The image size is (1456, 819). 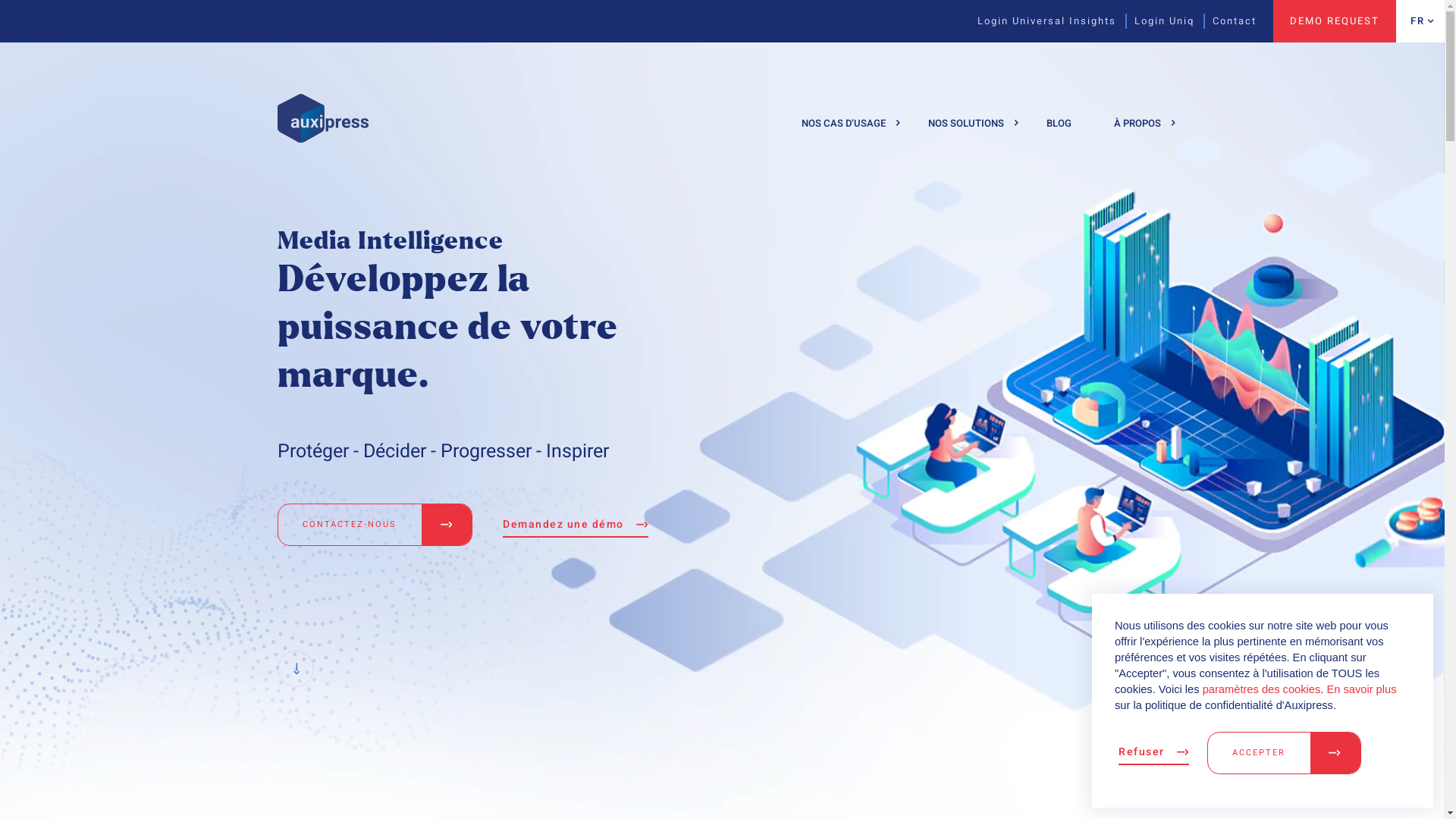 What do you see at coordinates (375, 524) in the screenshot?
I see `'CONTACTEZ-NOUS'` at bounding box center [375, 524].